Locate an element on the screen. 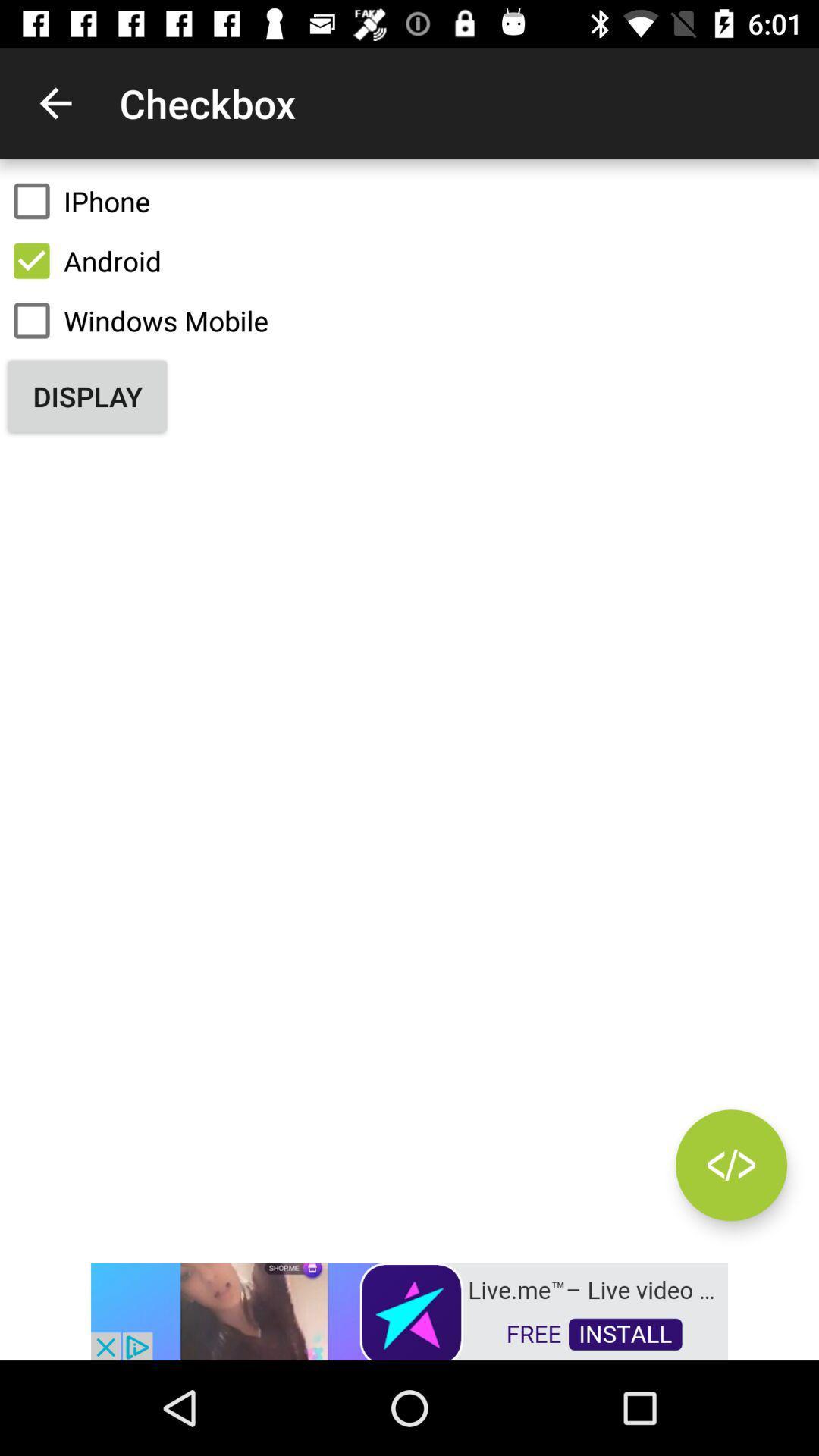 Image resolution: width=819 pixels, height=1456 pixels. advertisement is located at coordinates (409, 1310).